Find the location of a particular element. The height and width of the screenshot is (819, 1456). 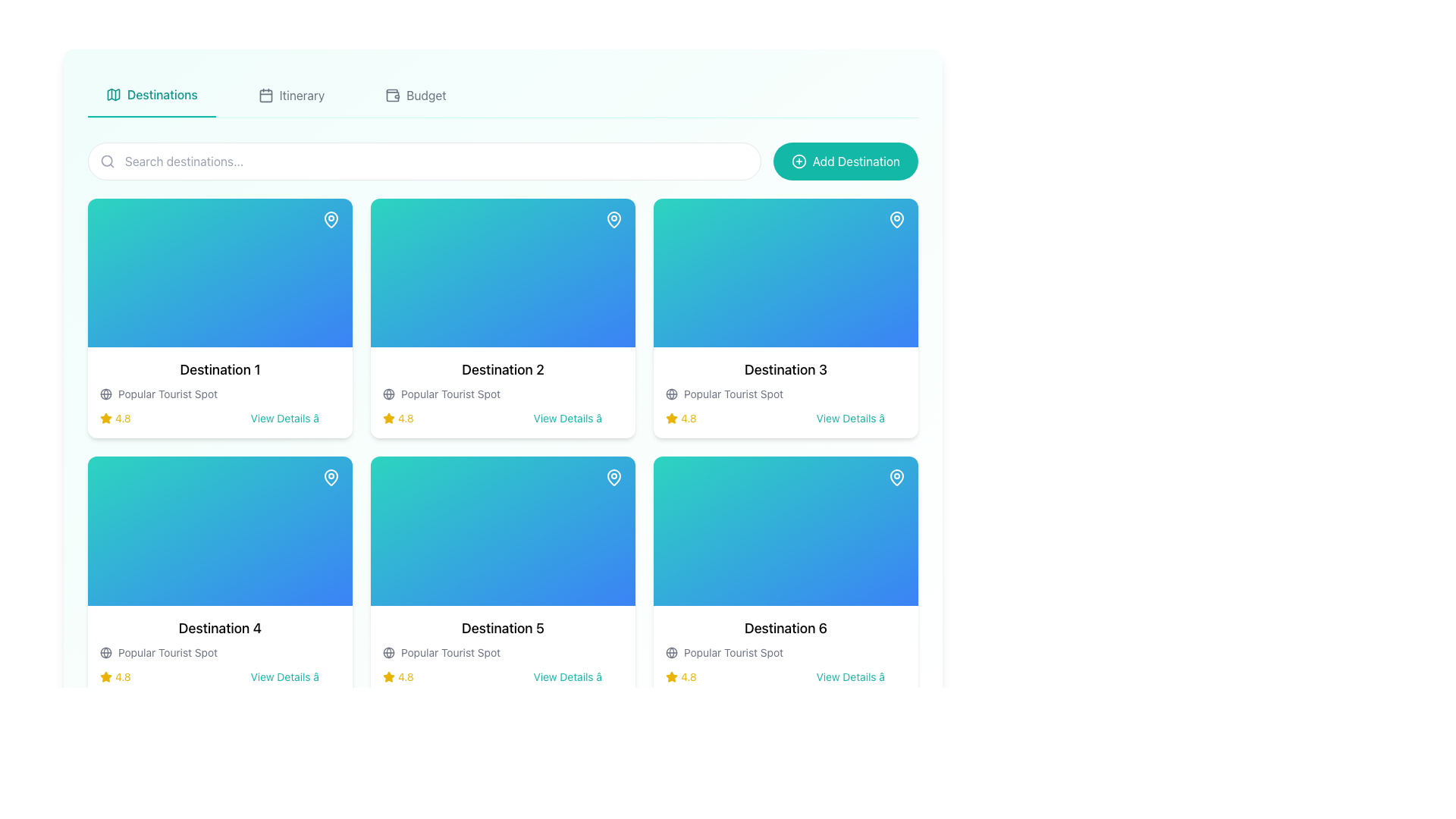

the numeric text element displaying the value '4.8', which is styled in a bold yellow font and positioned to the right of a small yellow star icon in the rating display for 'Destination 1' is located at coordinates (406, 419).